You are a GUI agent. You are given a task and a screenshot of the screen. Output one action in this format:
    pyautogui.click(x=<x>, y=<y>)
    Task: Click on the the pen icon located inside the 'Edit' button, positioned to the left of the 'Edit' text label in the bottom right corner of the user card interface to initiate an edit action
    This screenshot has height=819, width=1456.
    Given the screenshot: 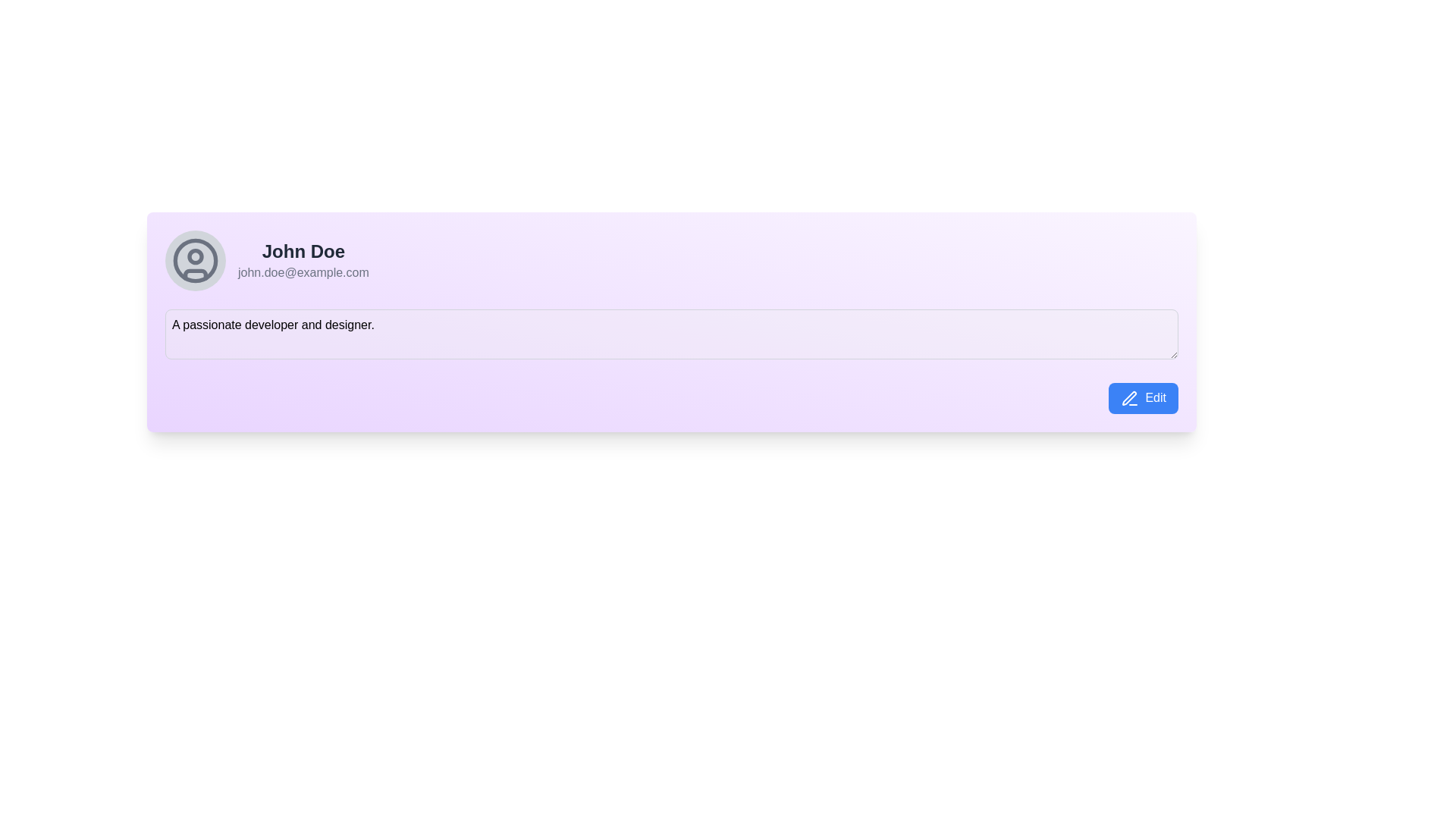 What is the action you would take?
    pyautogui.click(x=1130, y=397)
    